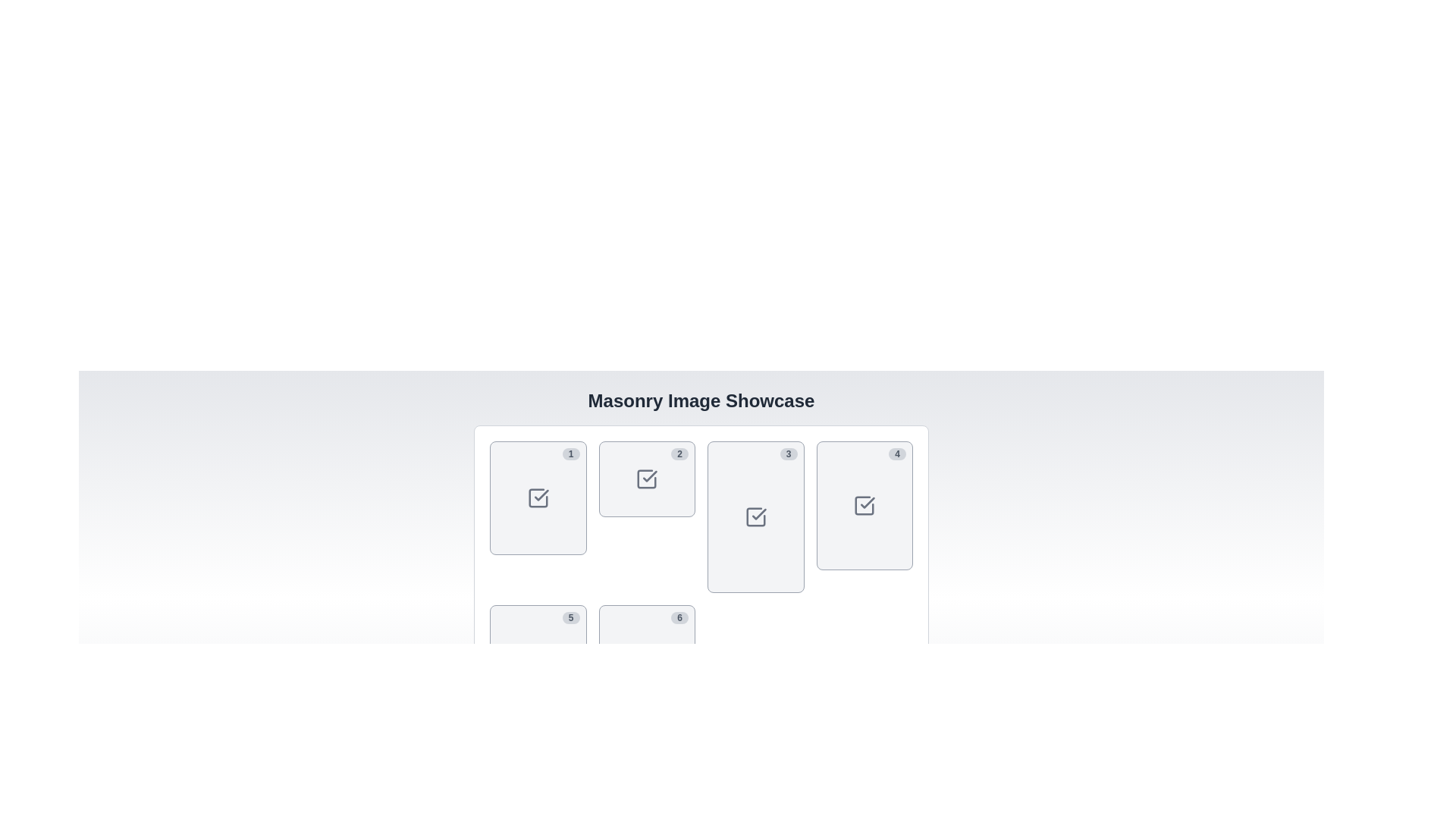  What do you see at coordinates (864, 506) in the screenshot?
I see `the button located in the fourth grid cell of the 'Masonry Image Showcase' layout` at bounding box center [864, 506].